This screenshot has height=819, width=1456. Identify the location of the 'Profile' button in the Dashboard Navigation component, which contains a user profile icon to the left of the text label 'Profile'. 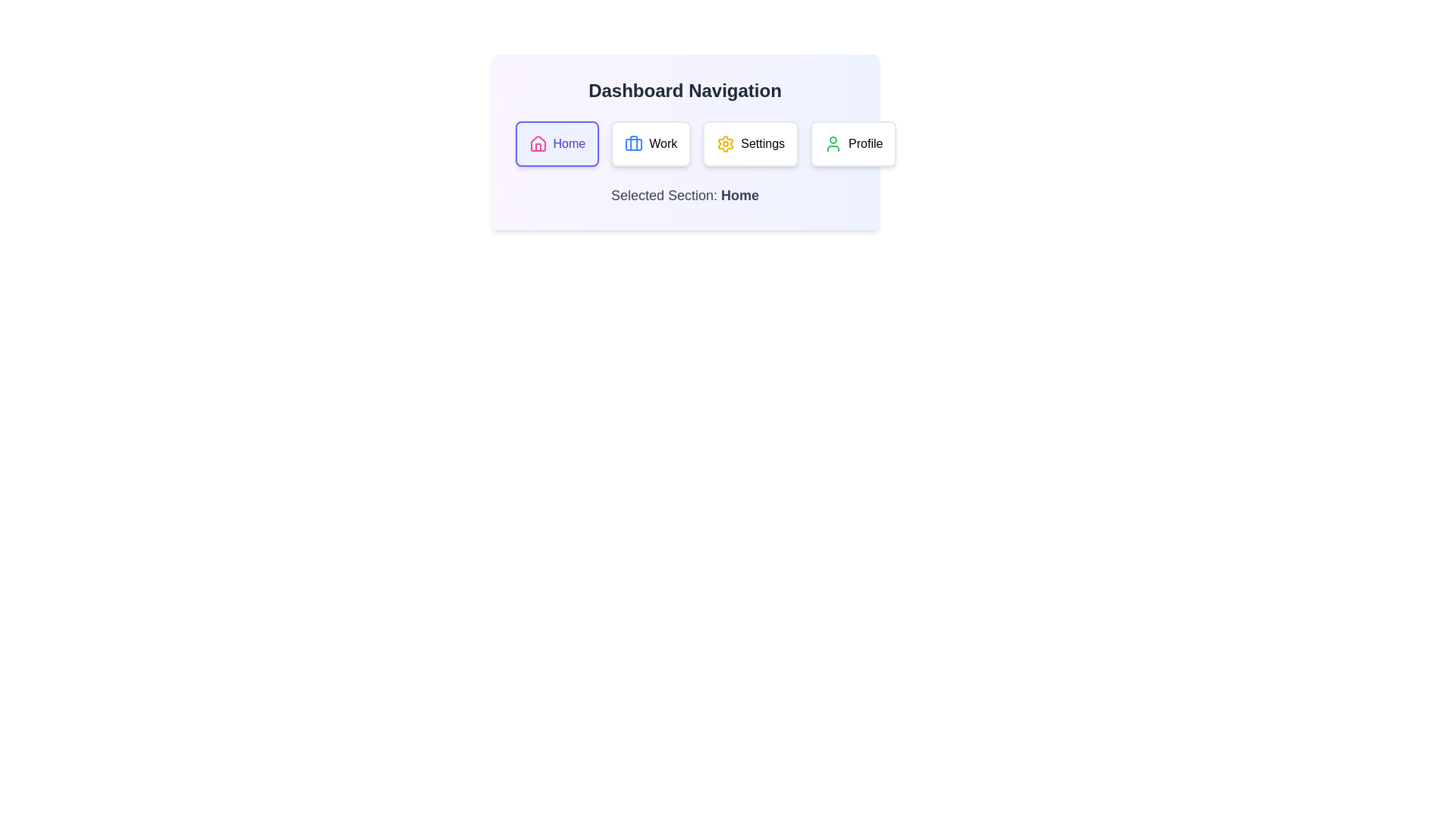
(833, 143).